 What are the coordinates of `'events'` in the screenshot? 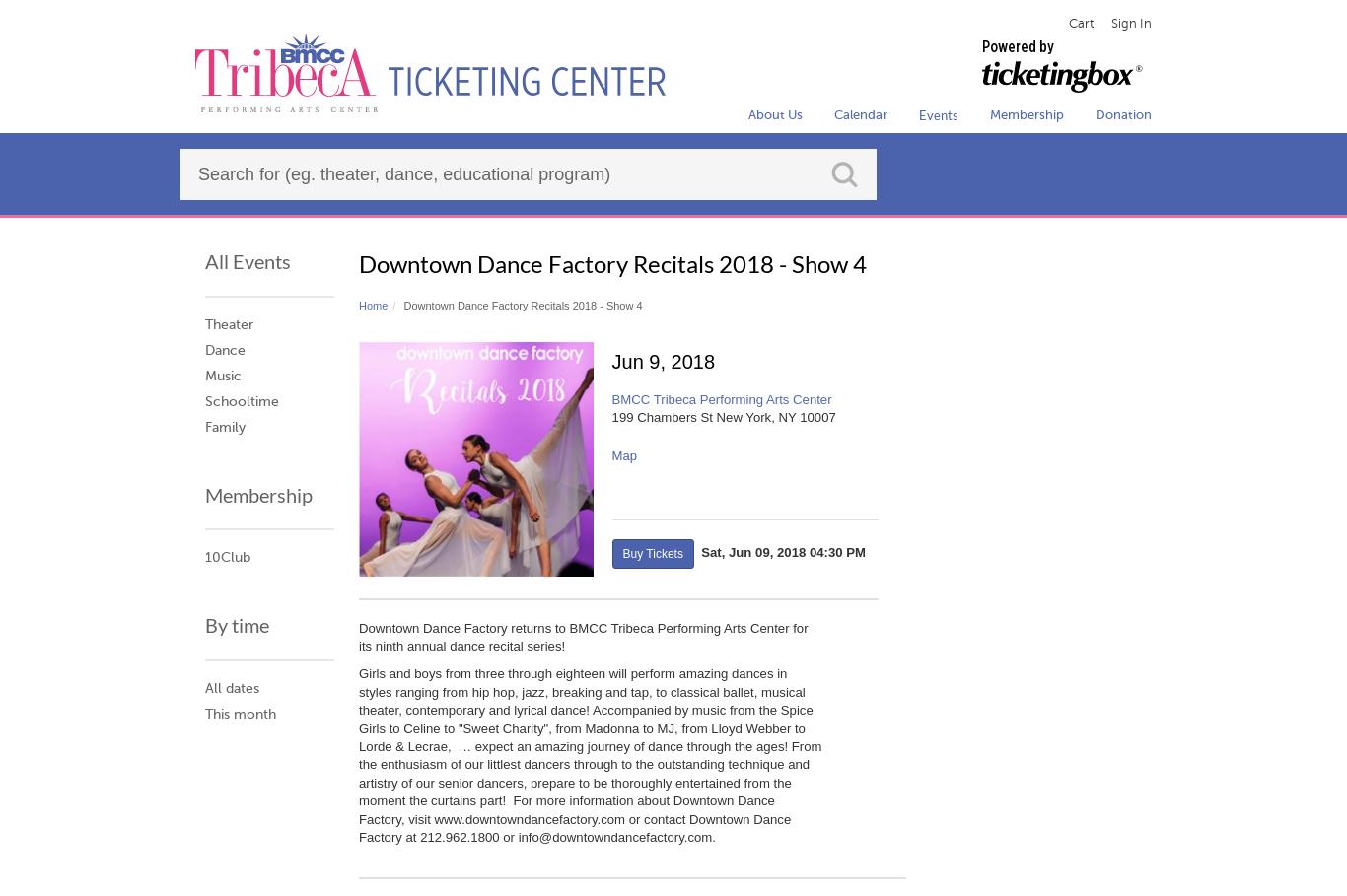 It's located at (938, 114).